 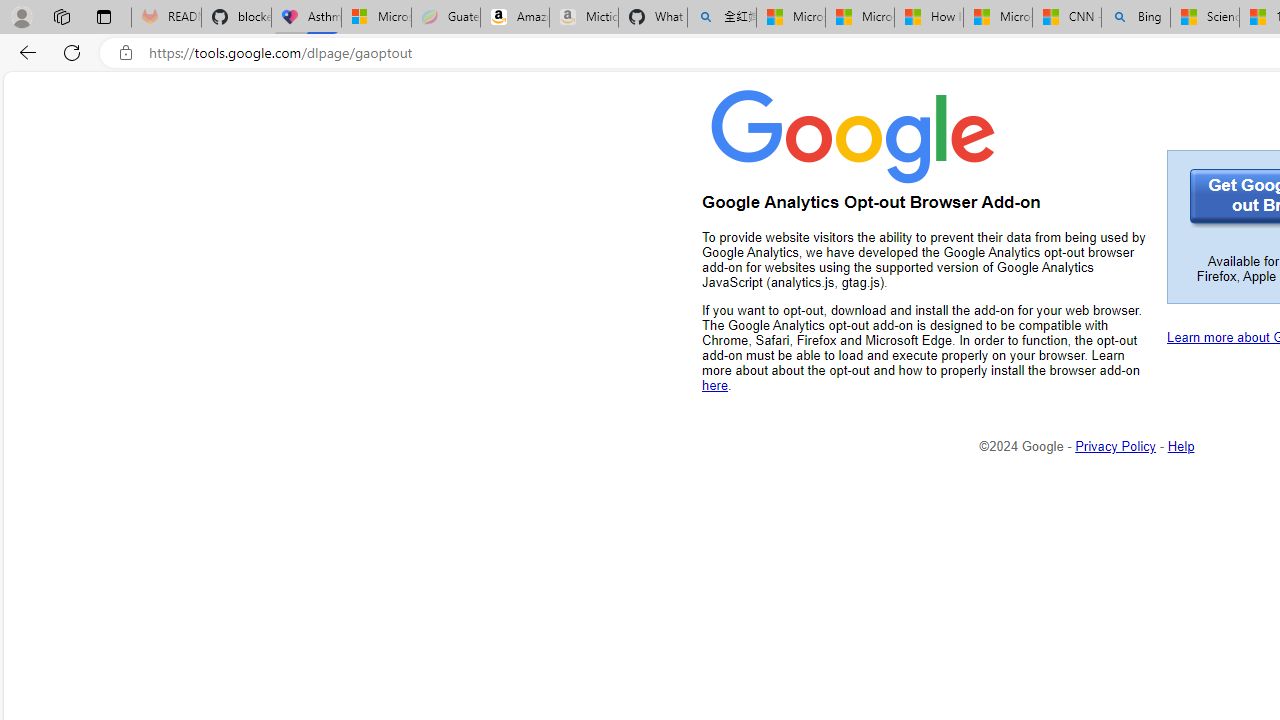 What do you see at coordinates (1115, 445) in the screenshot?
I see `'Privacy Policy'` at bounding box center [1115, 445].